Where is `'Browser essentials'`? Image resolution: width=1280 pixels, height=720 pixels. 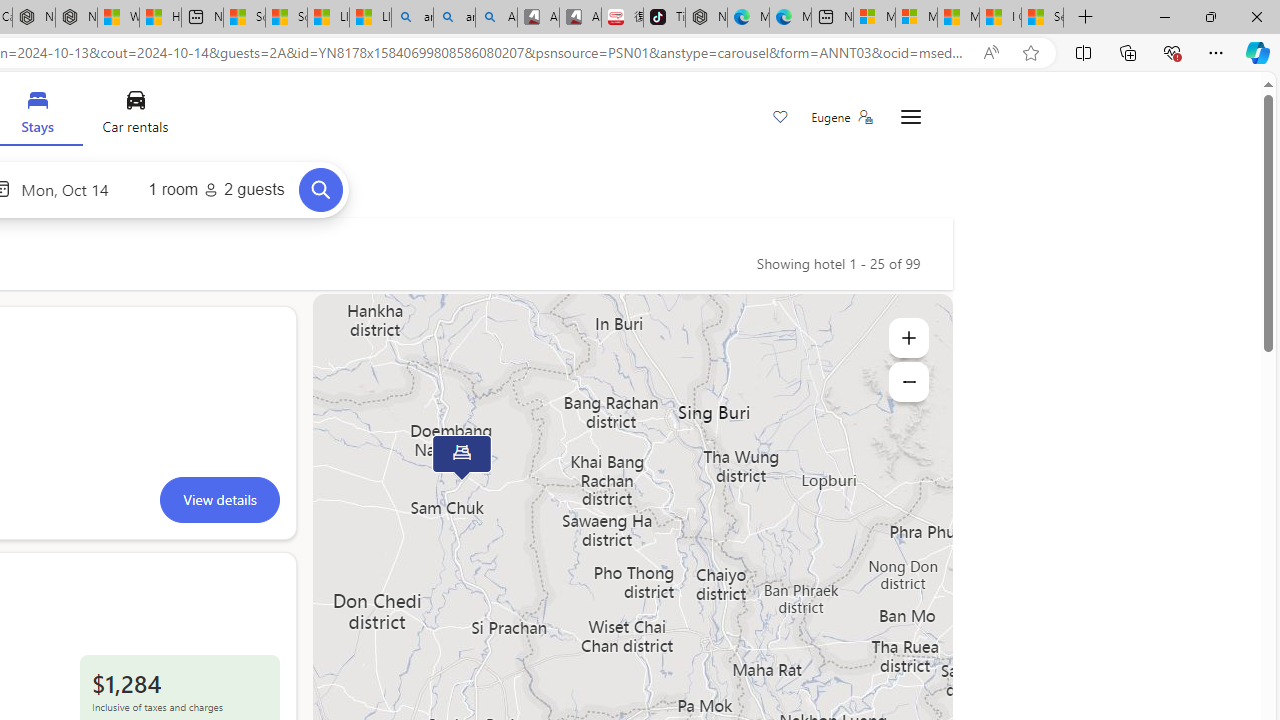 'Browser essentials' is located at coordinates (1171, 51).